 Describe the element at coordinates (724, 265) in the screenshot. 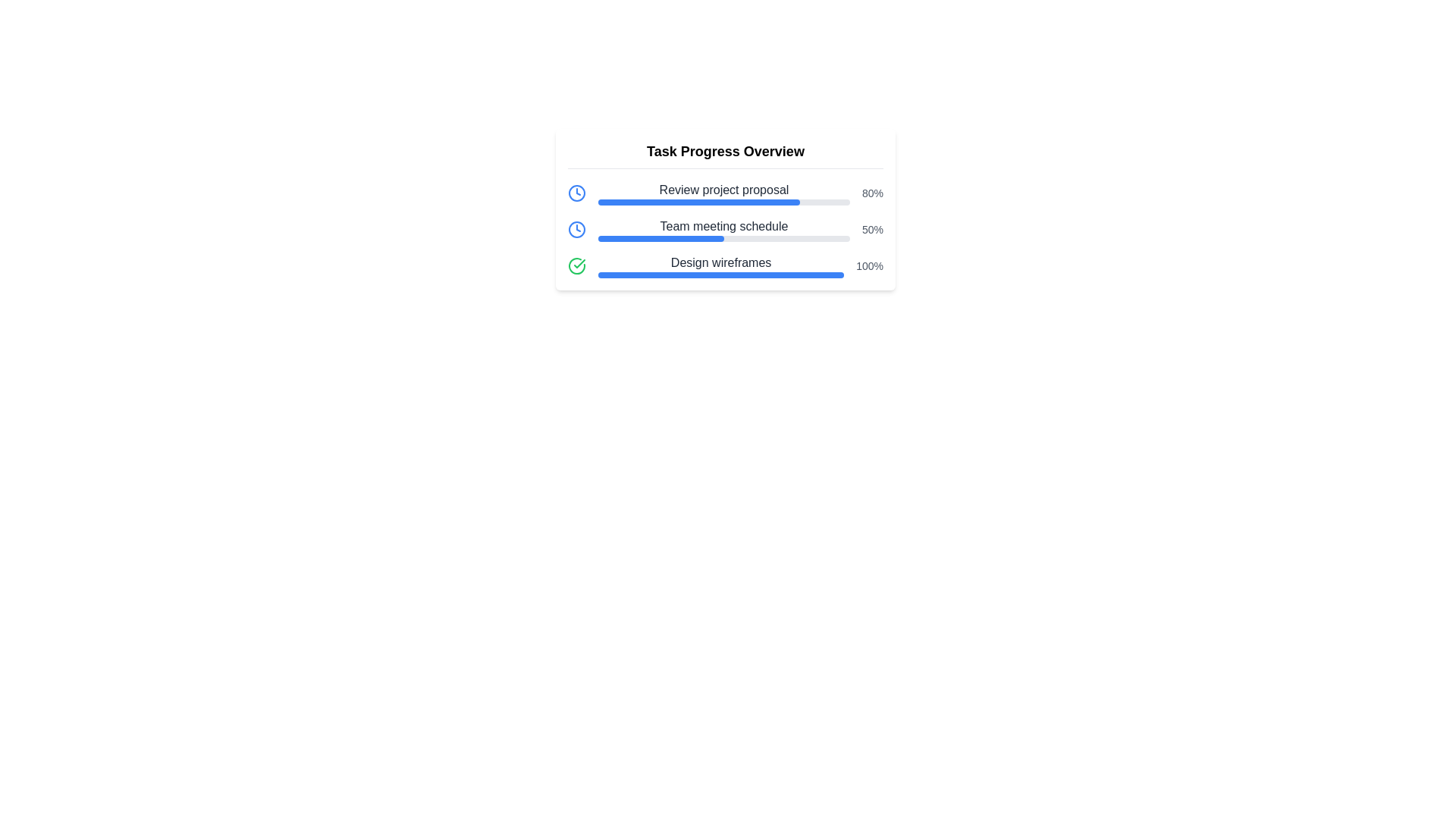

I see `the Task progress item with a green icon and the text 'Design wireframes' that shows '100%' completion in the Task Progress Overview list` at that location.